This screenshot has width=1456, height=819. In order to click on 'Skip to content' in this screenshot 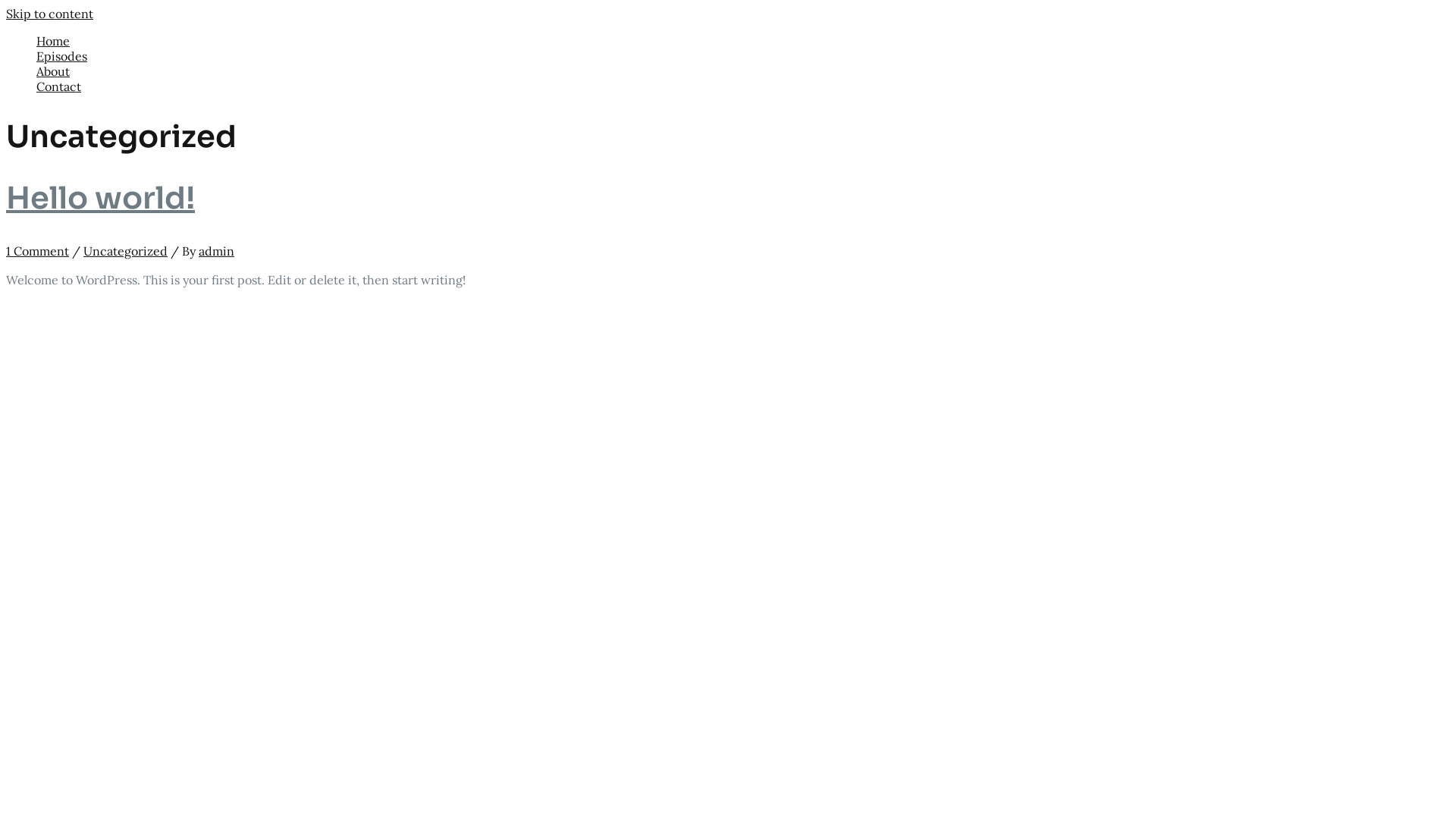, I will do `click(49, 14)`.